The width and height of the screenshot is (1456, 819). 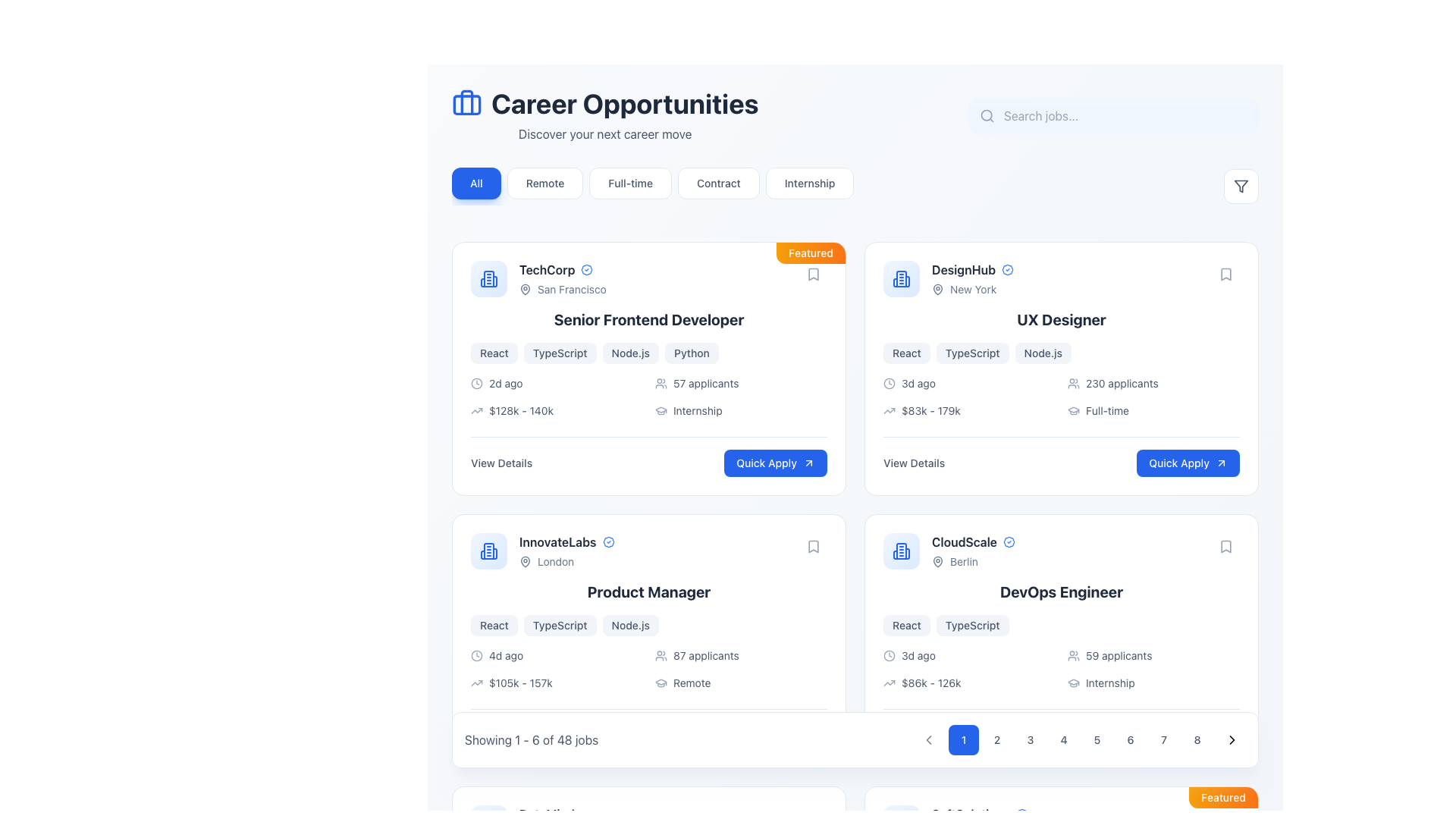 I want to click on the compound text element displaying 'TechCorp' and the location 'San Francisco', so click(x=562, y=278).